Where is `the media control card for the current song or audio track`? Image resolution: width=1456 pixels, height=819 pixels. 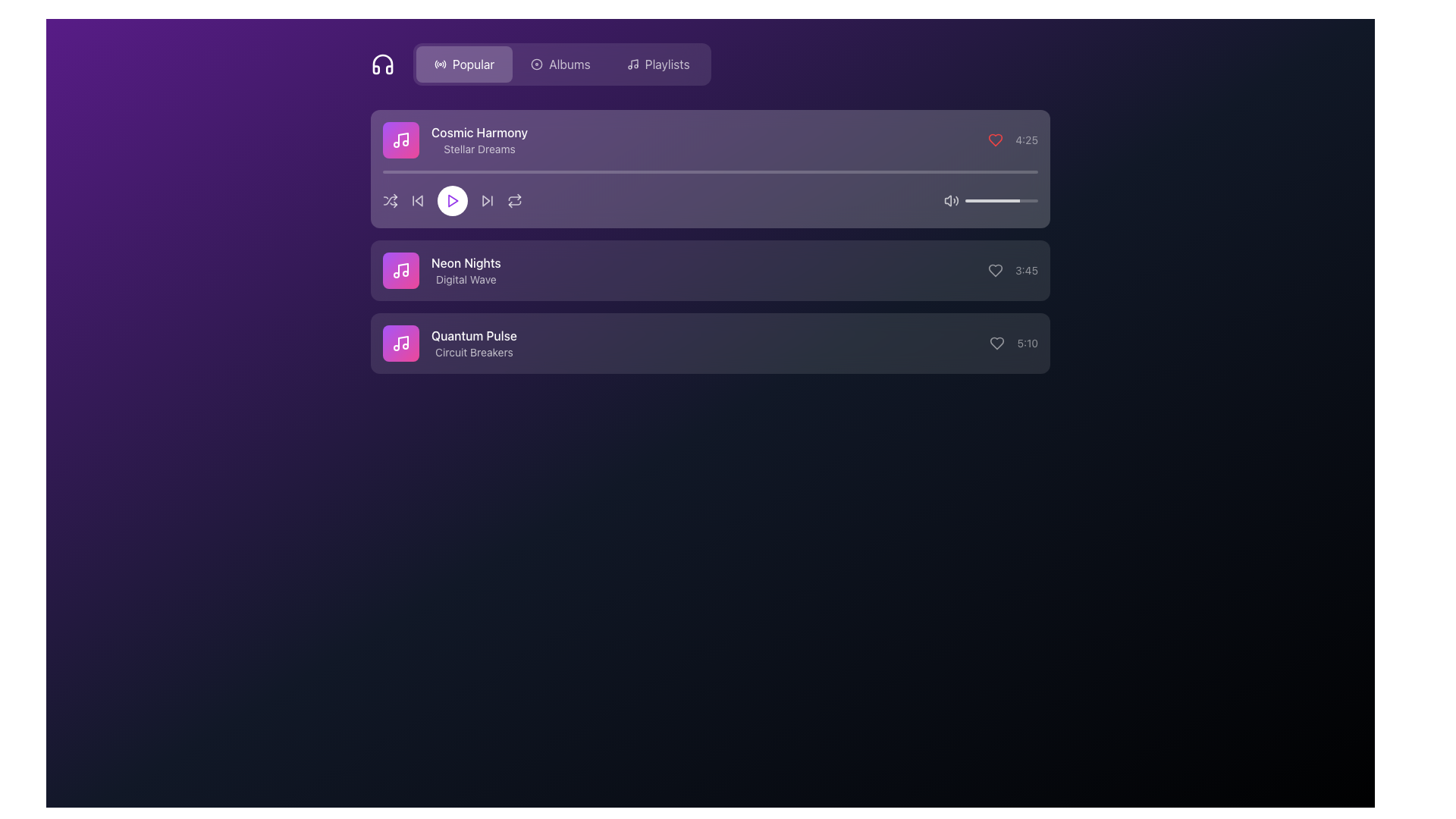 the media control card for the current song or audio track is located at coordinates (709, 169).